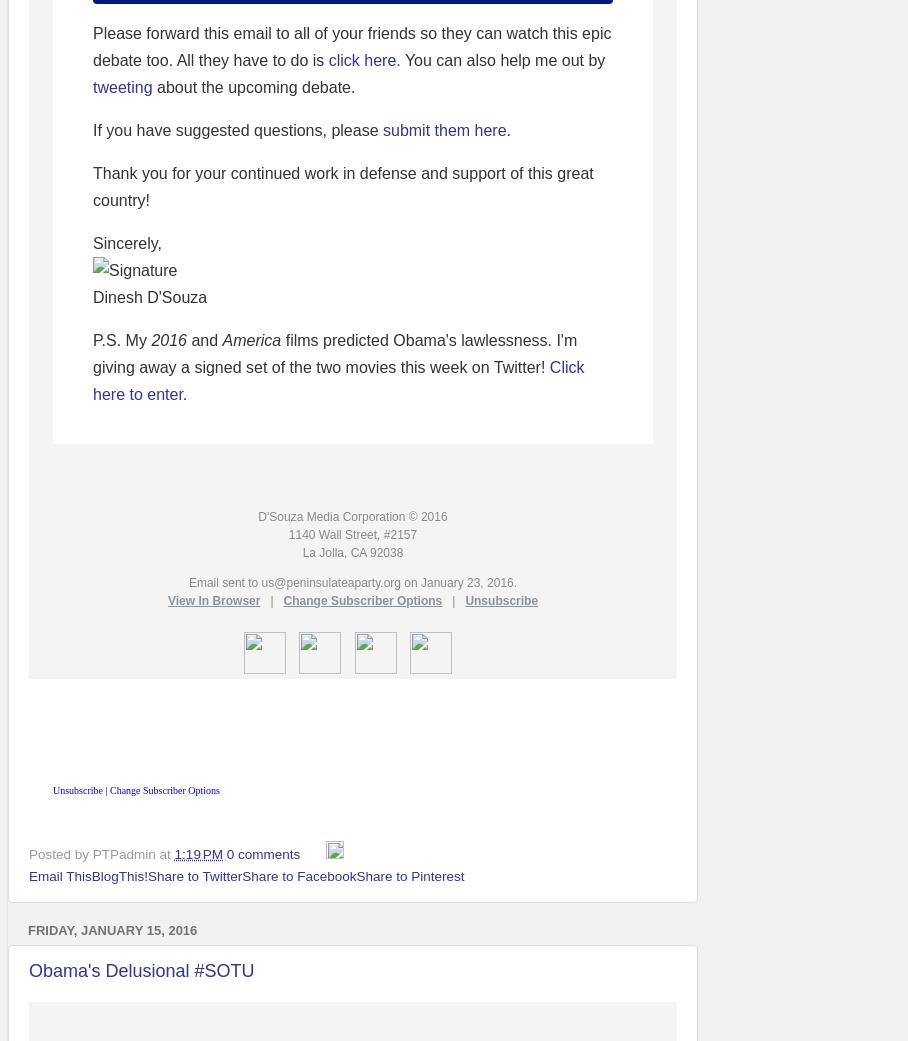 This screenshot has height=1041, width=908. What do you see at coordinates (122, 340) in the screenshot?
I see `'P.S. My'` at bounding box center [122, 340].